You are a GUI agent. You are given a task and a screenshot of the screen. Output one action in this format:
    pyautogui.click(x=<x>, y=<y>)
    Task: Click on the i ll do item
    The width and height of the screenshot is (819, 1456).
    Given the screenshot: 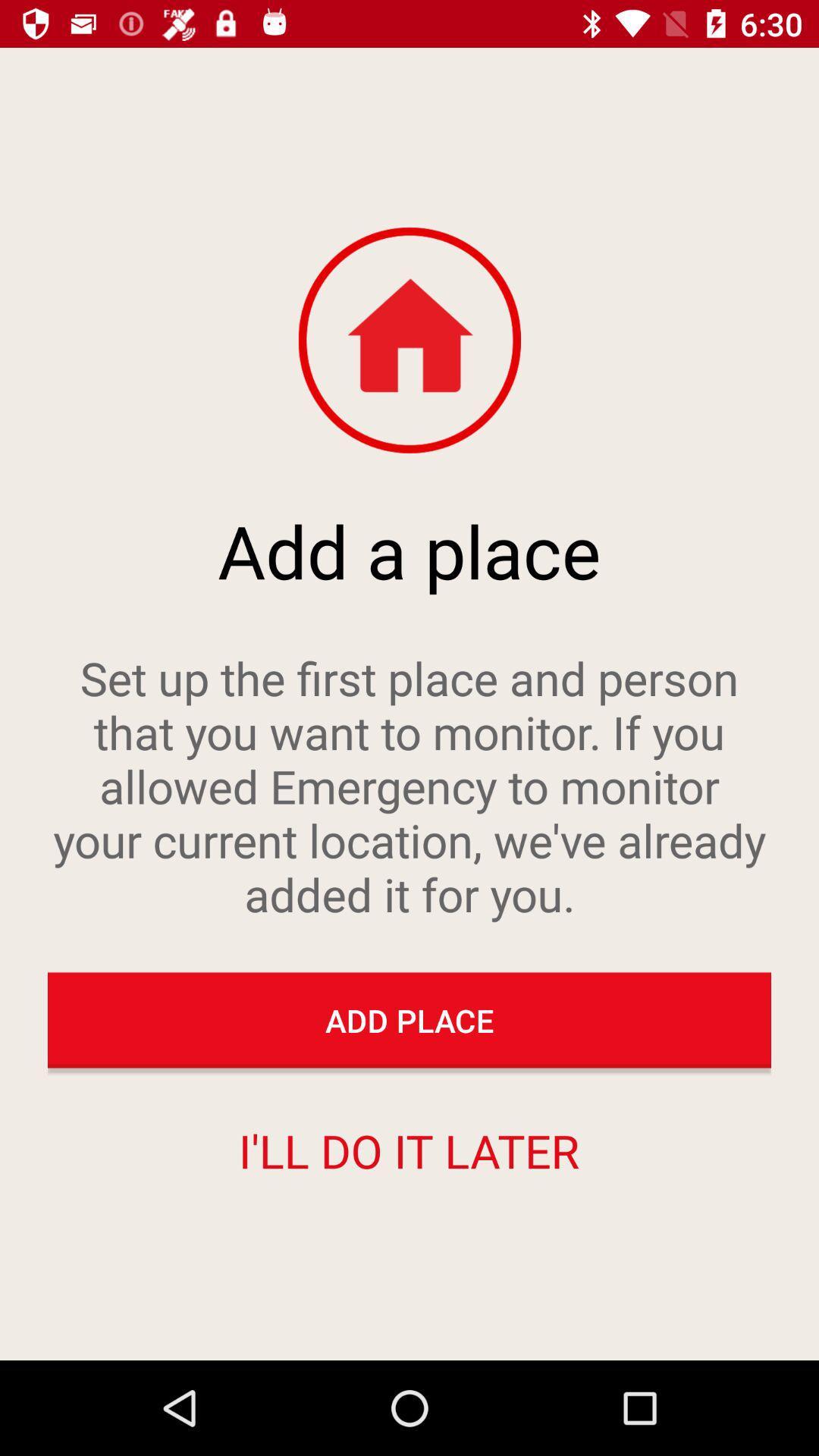 What is the action you would take?
    pyautogui.click(x=408, y=1150)
    